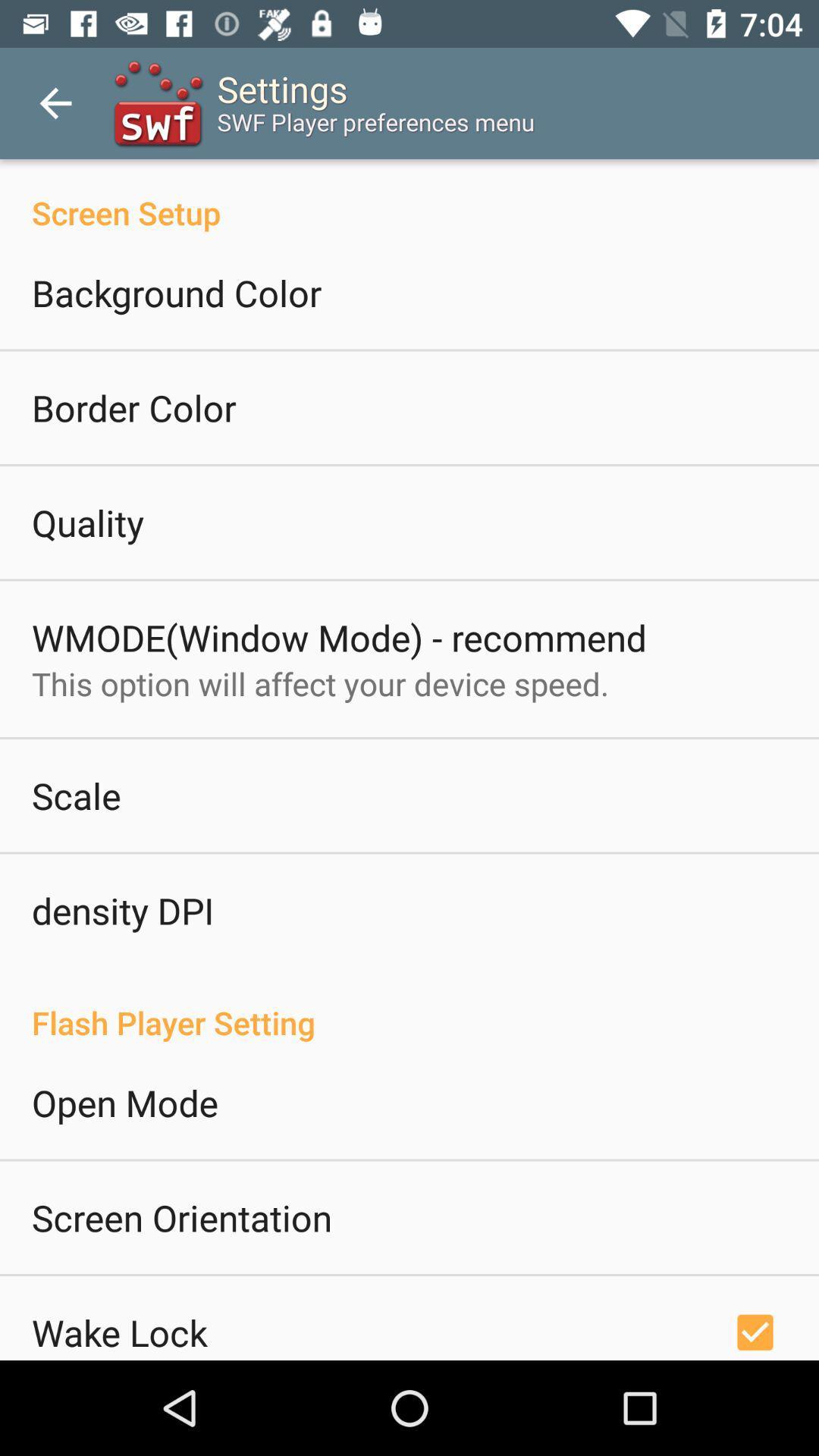  What do you see at coordinates (55, 102) in the screenshot?
I see `item above screen setup icon` at bounding box center [55, 102].